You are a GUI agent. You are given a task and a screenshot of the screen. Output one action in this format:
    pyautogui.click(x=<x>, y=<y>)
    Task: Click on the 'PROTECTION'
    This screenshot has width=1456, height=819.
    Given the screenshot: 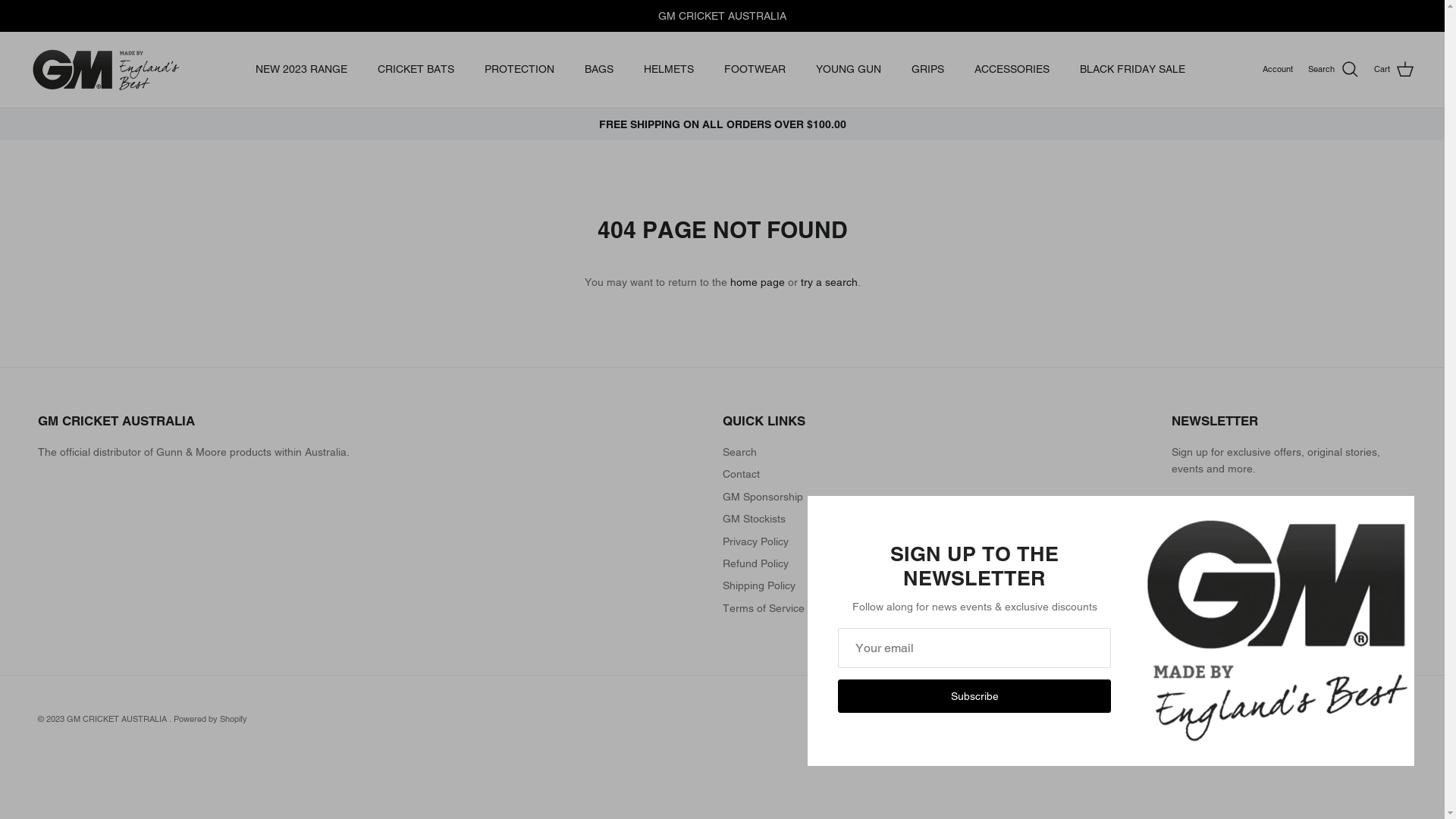 What is the action you would take?
    pyautogui.click(x=519, y=69)
    